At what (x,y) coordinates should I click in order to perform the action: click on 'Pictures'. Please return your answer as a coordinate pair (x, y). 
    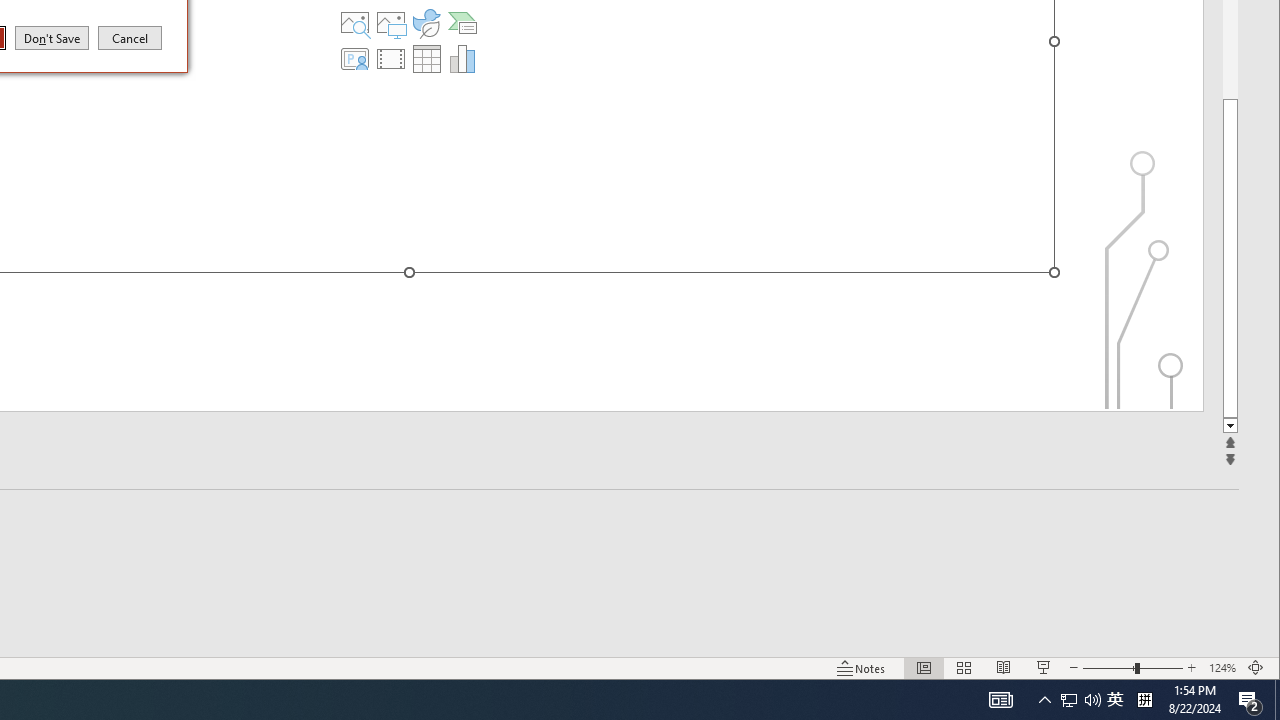
    Looking at the image, I should click on (391, 23).